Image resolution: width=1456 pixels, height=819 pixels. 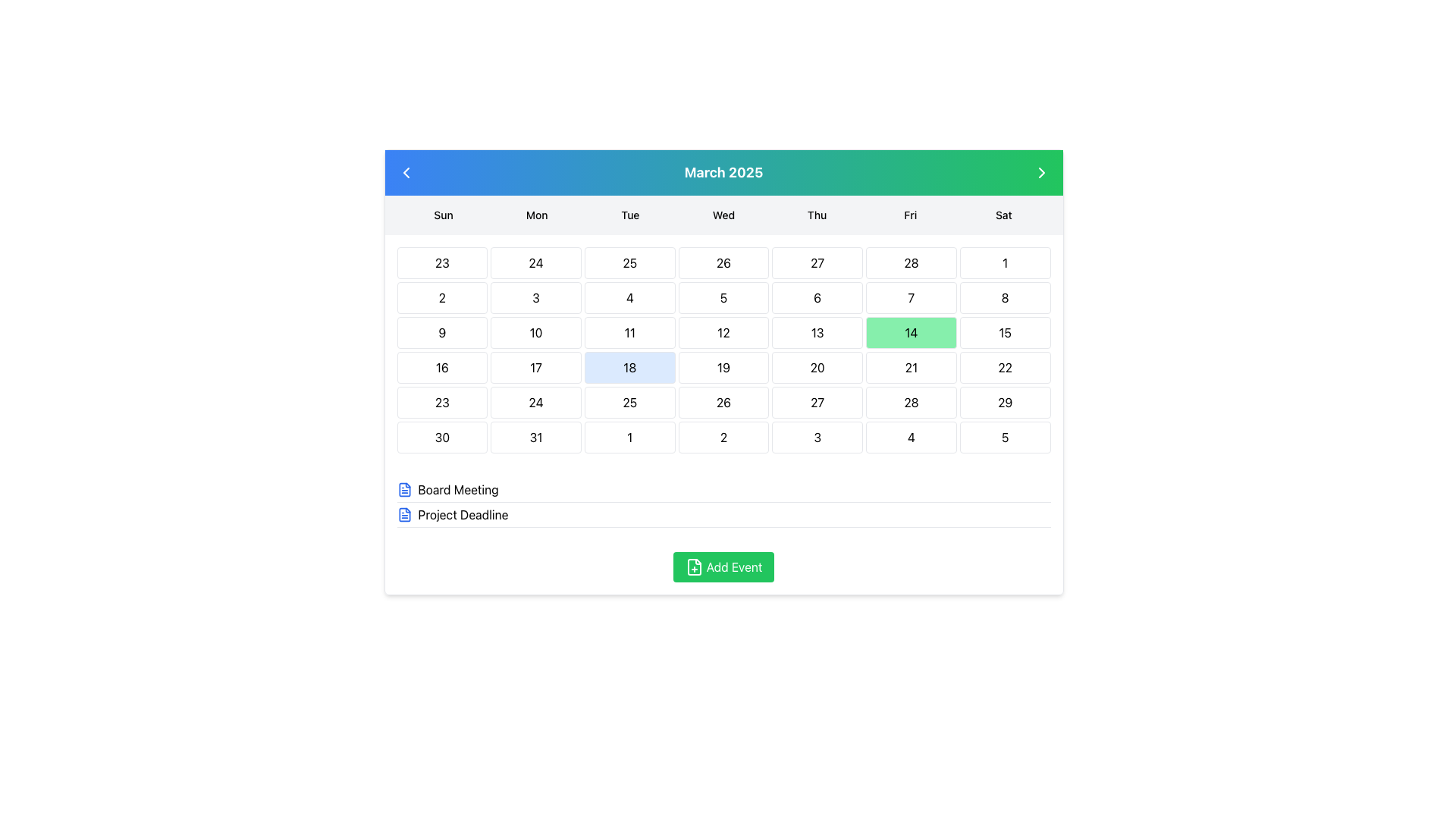 What do you see at coordinates (723, 402) in the screenshot?
I see `the calendar date cell representing '26th' in the month view` at bounding box center [723, 402].